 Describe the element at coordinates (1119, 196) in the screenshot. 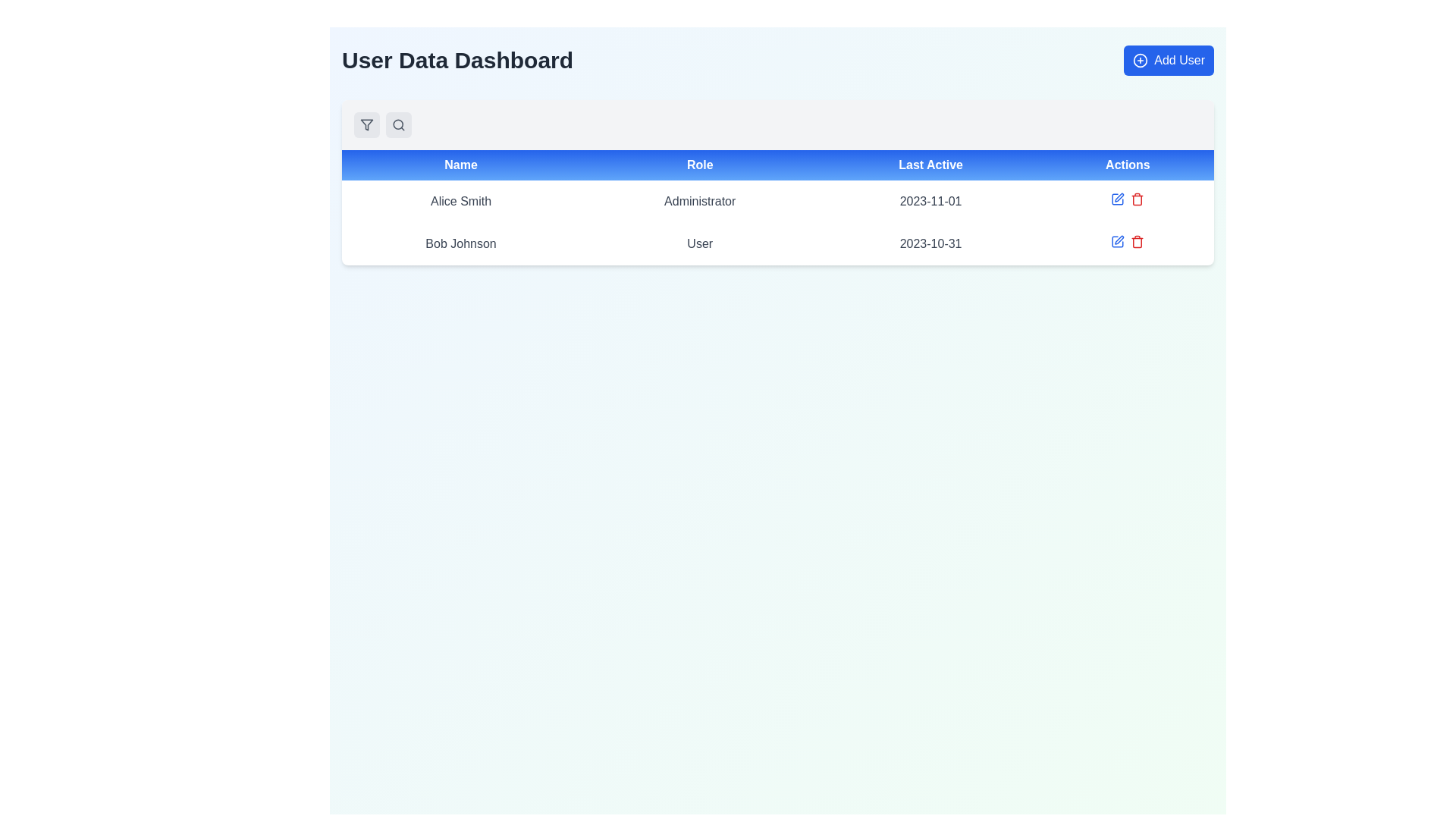

I see `the edit icon button located in the 'Actions' column aligned with the row containing the user 'Alice Smith'` at that location.